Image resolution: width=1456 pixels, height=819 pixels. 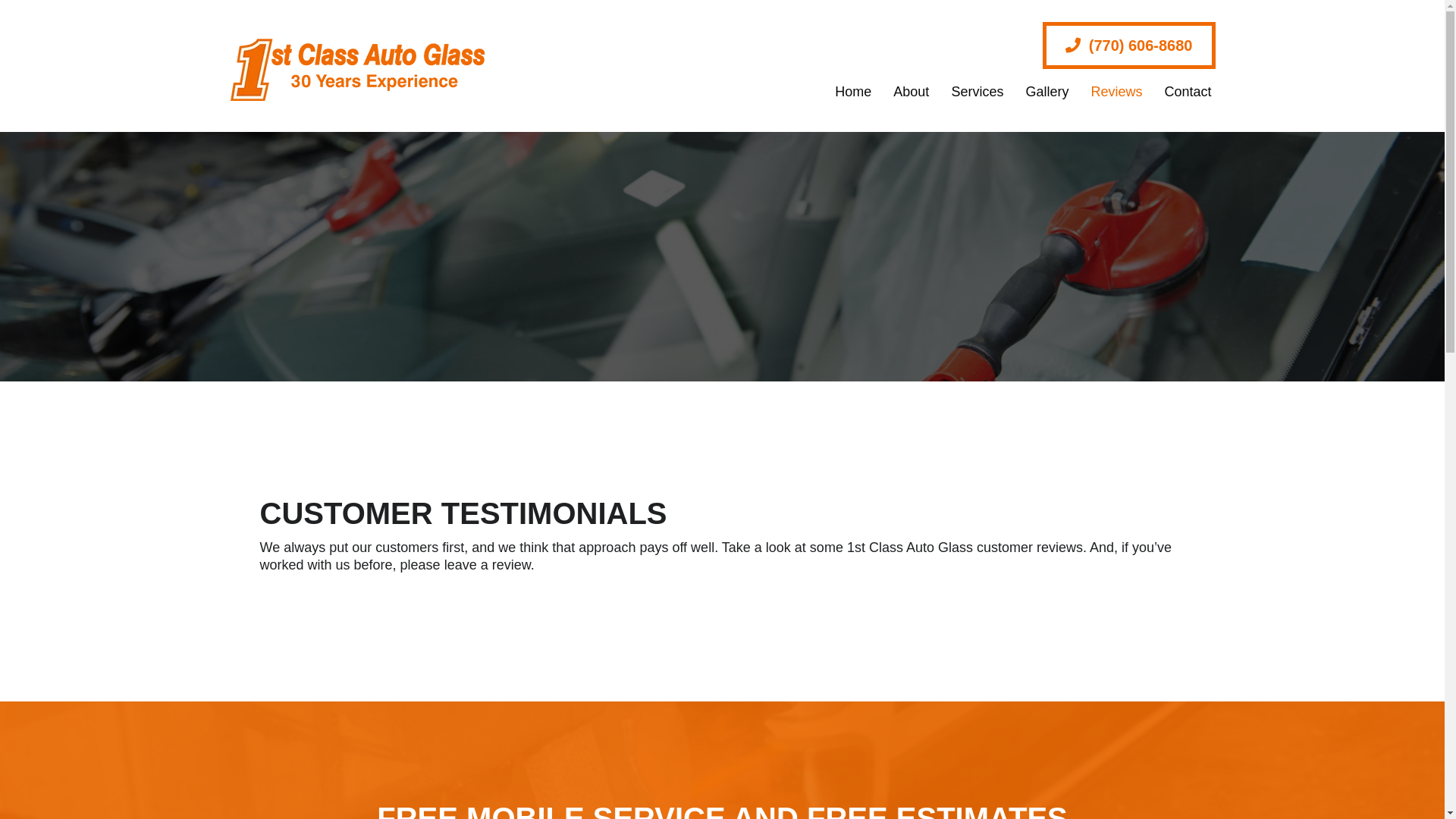 I want to click on 'Services', so click(x=968, y=91).